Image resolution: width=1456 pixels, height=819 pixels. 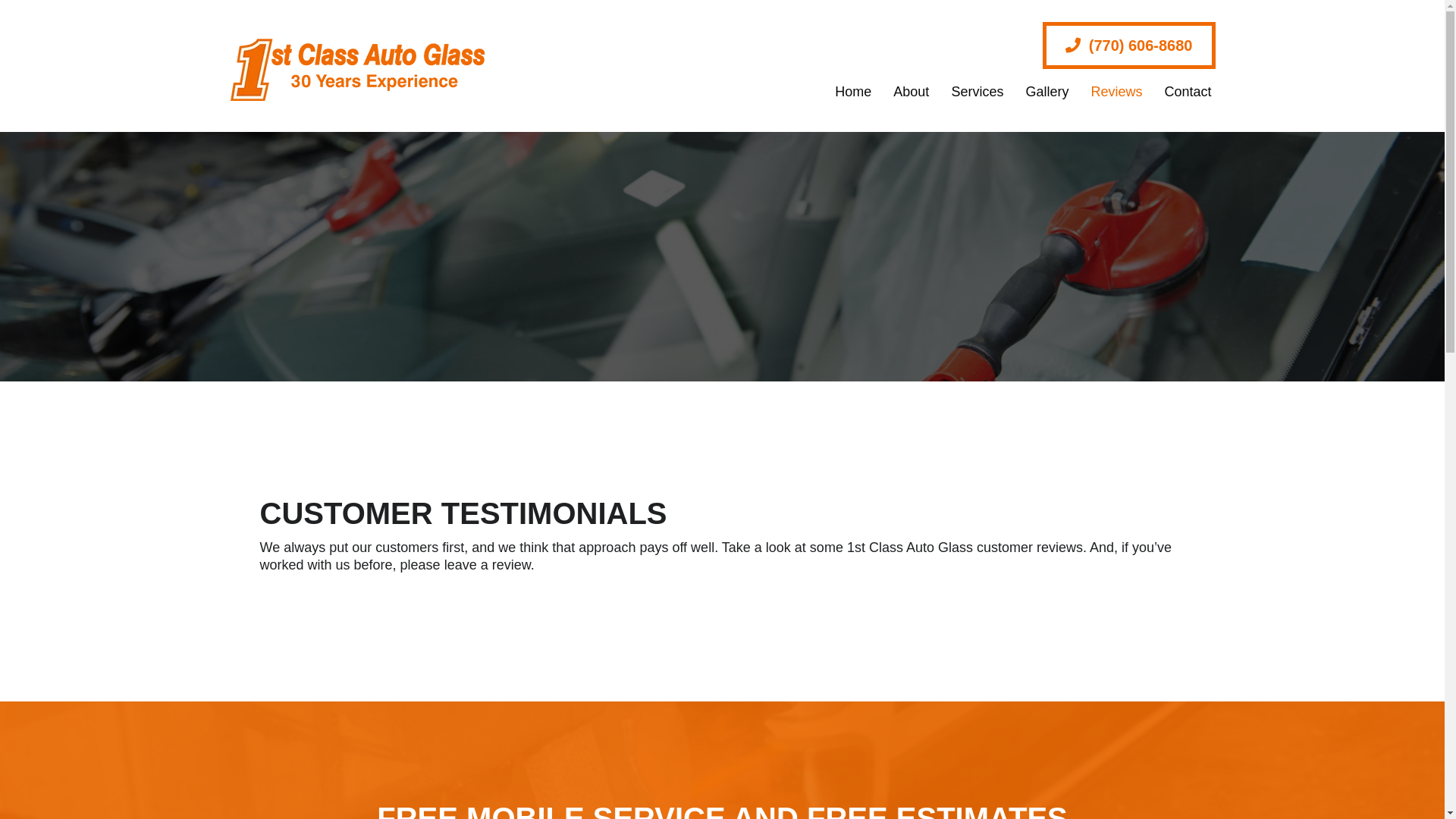 I want to click on 'Services', so click(x=968, y=91).